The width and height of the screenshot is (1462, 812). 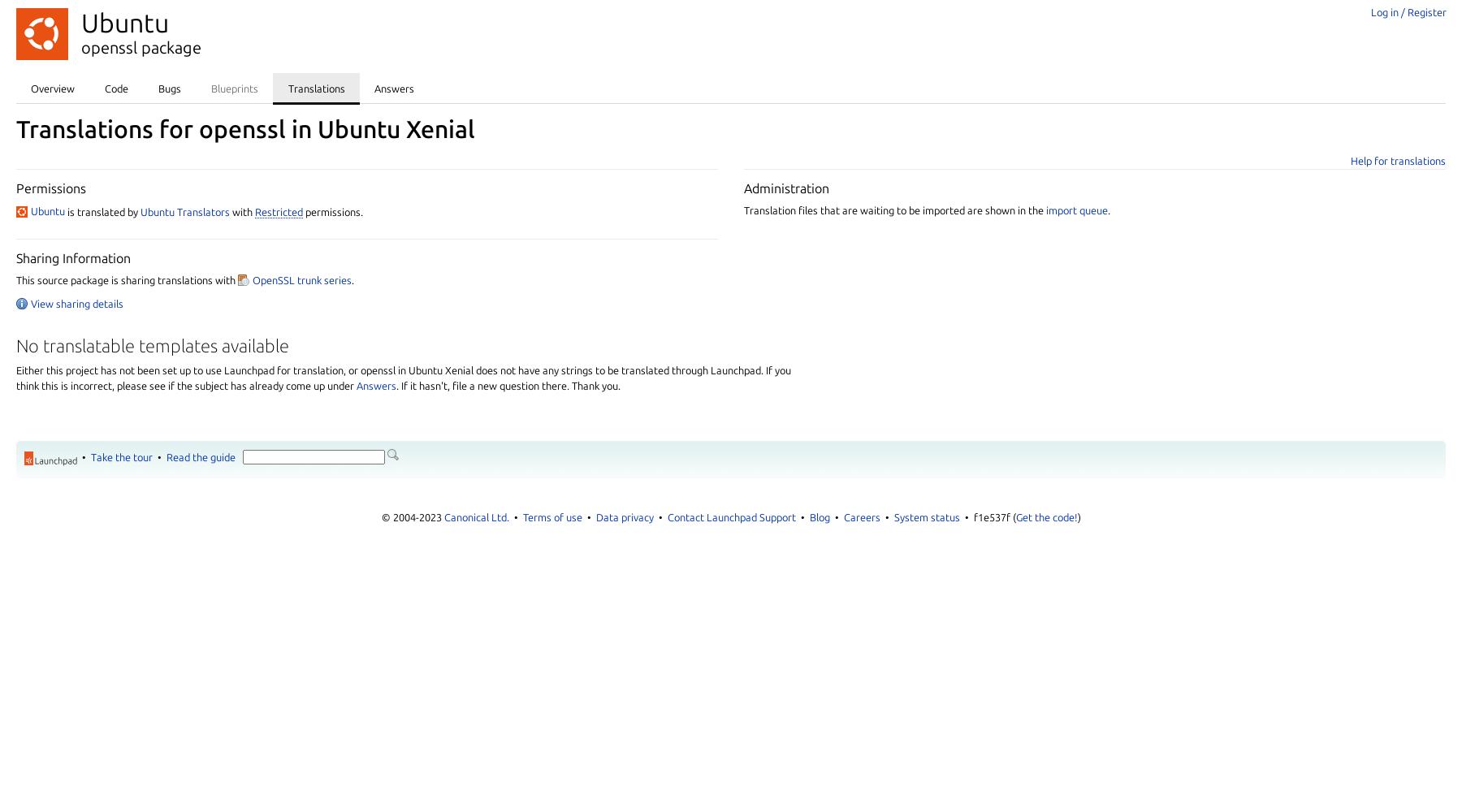 I want to click on 'Overview', so click(x=51, y=87).